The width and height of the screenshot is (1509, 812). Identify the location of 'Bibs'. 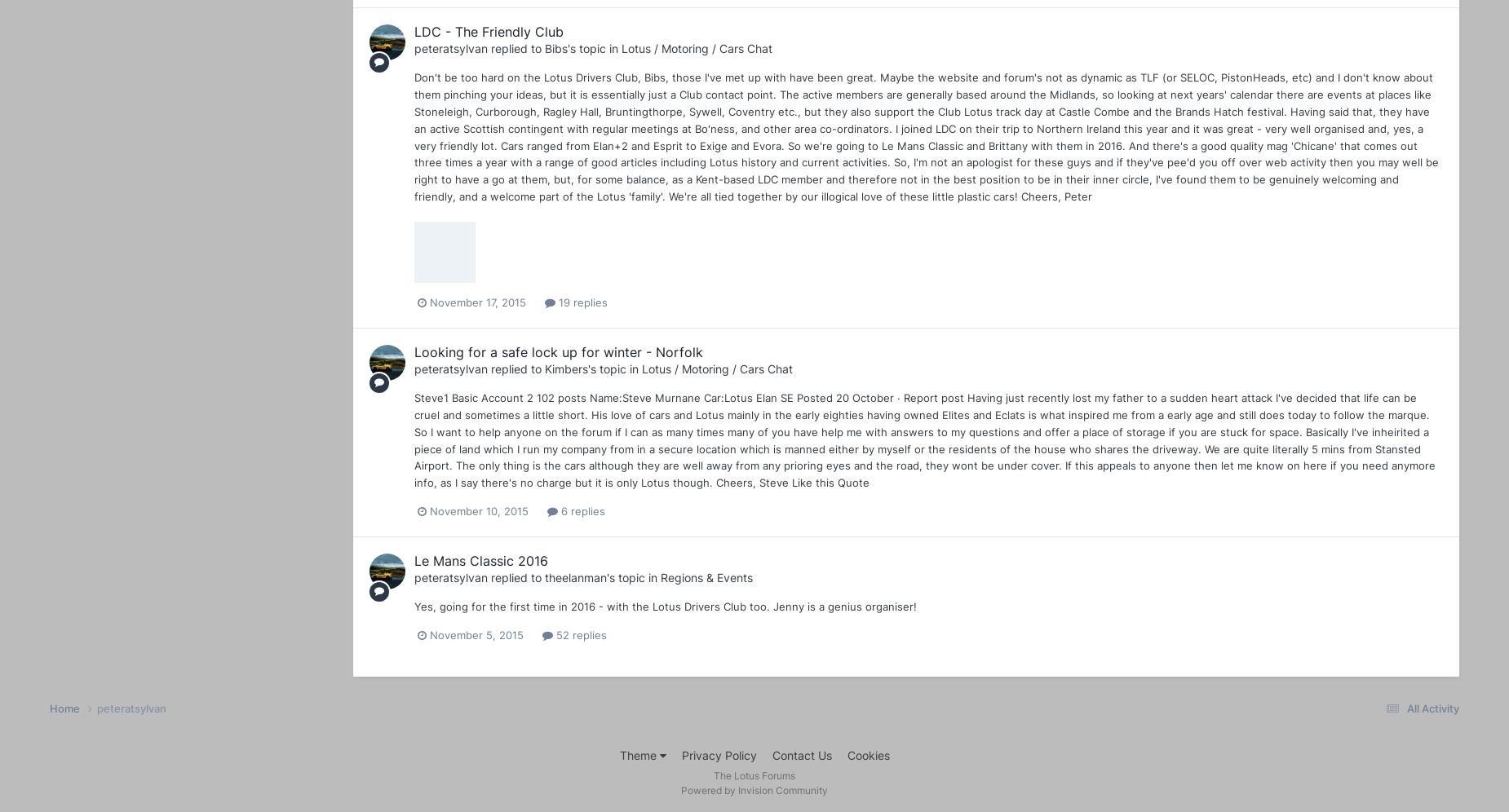
(555, 47).